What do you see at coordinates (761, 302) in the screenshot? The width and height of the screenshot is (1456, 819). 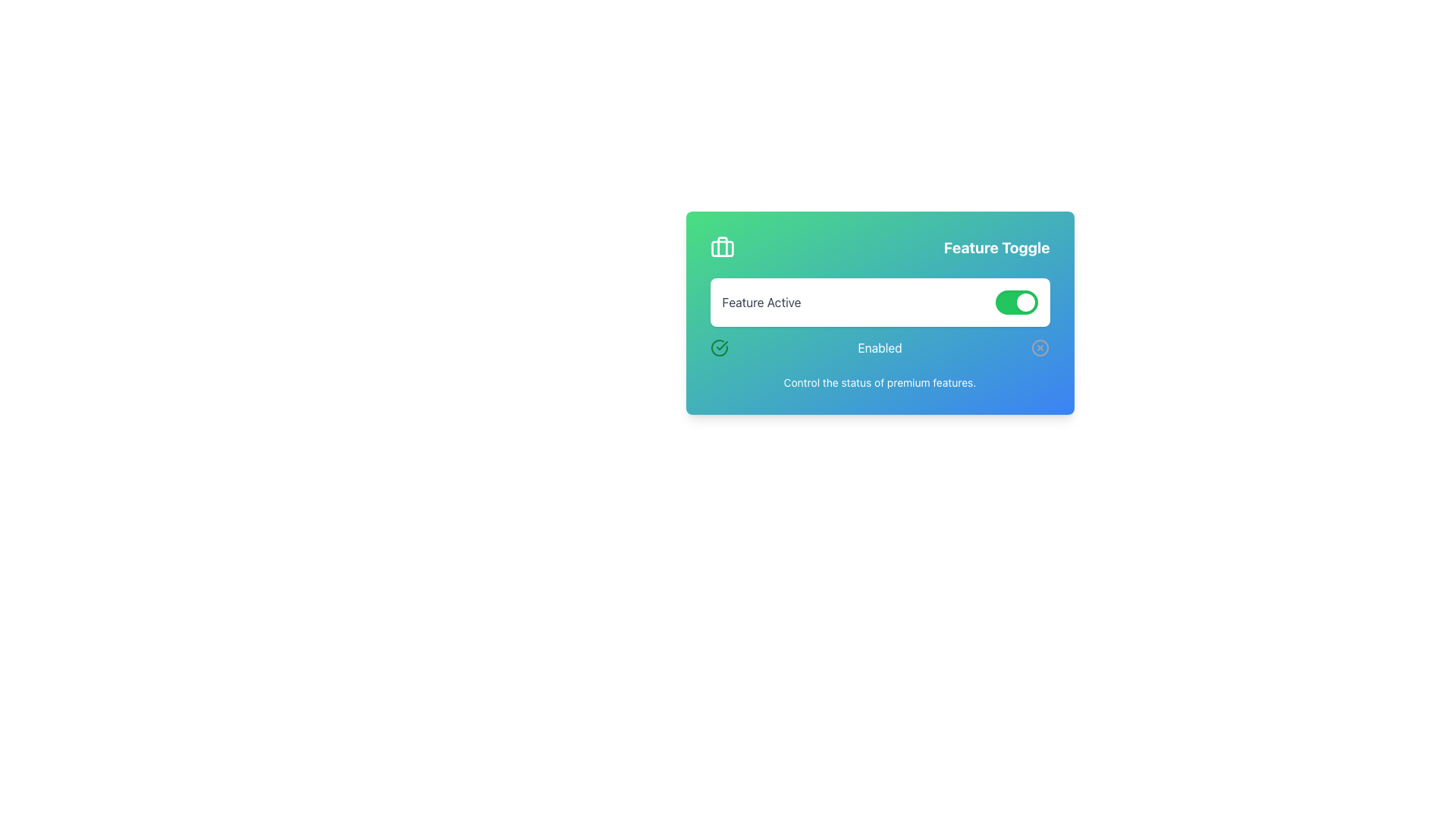 I see `the Text Label that indicates the state of a feature, positioned in a white rectangular section to the left of the green toggle switch` at bounding box center [761, 302].